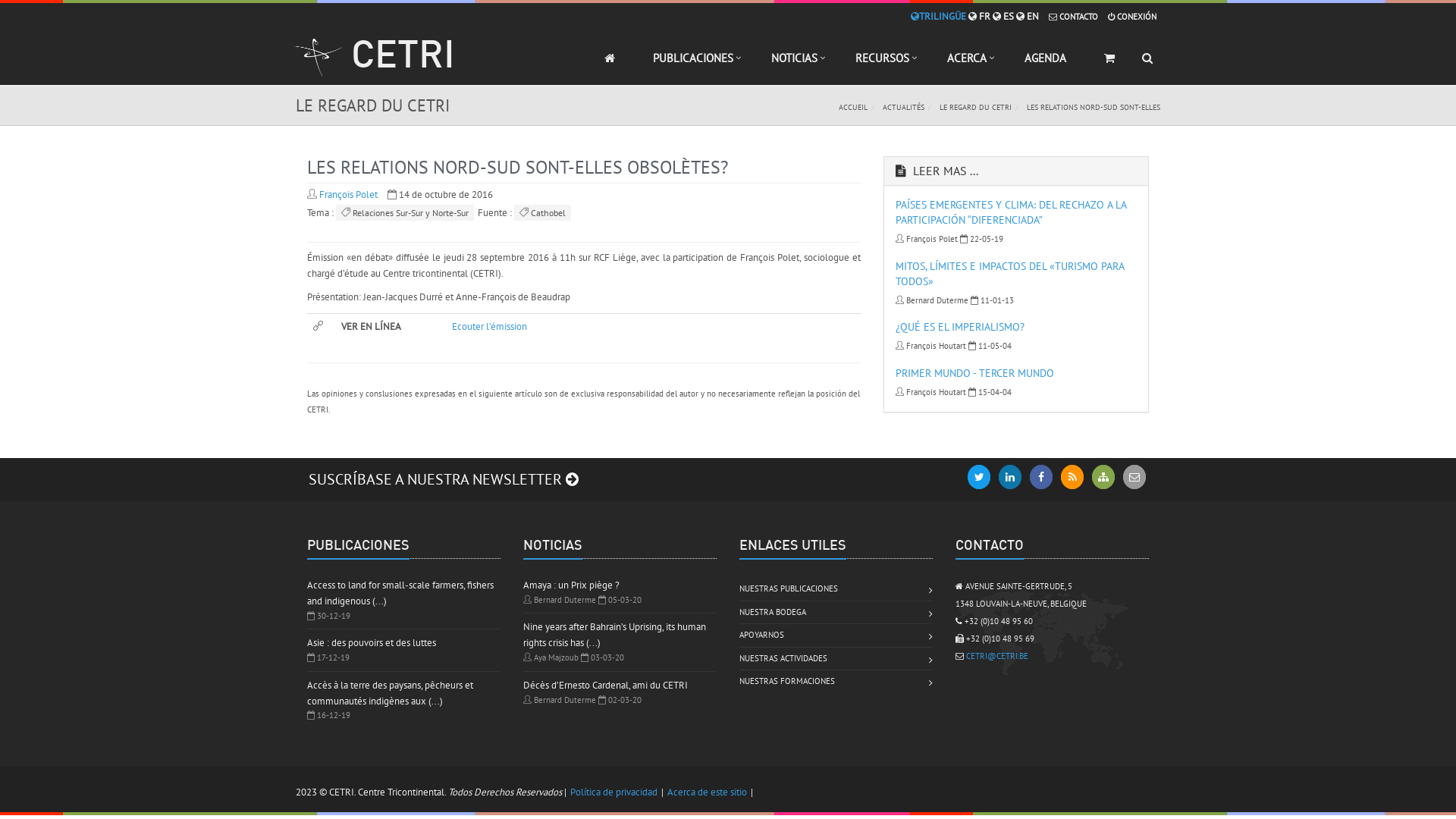 The image size is (1456, 819). I want to click on 'Boutique', so click(1109, 64).